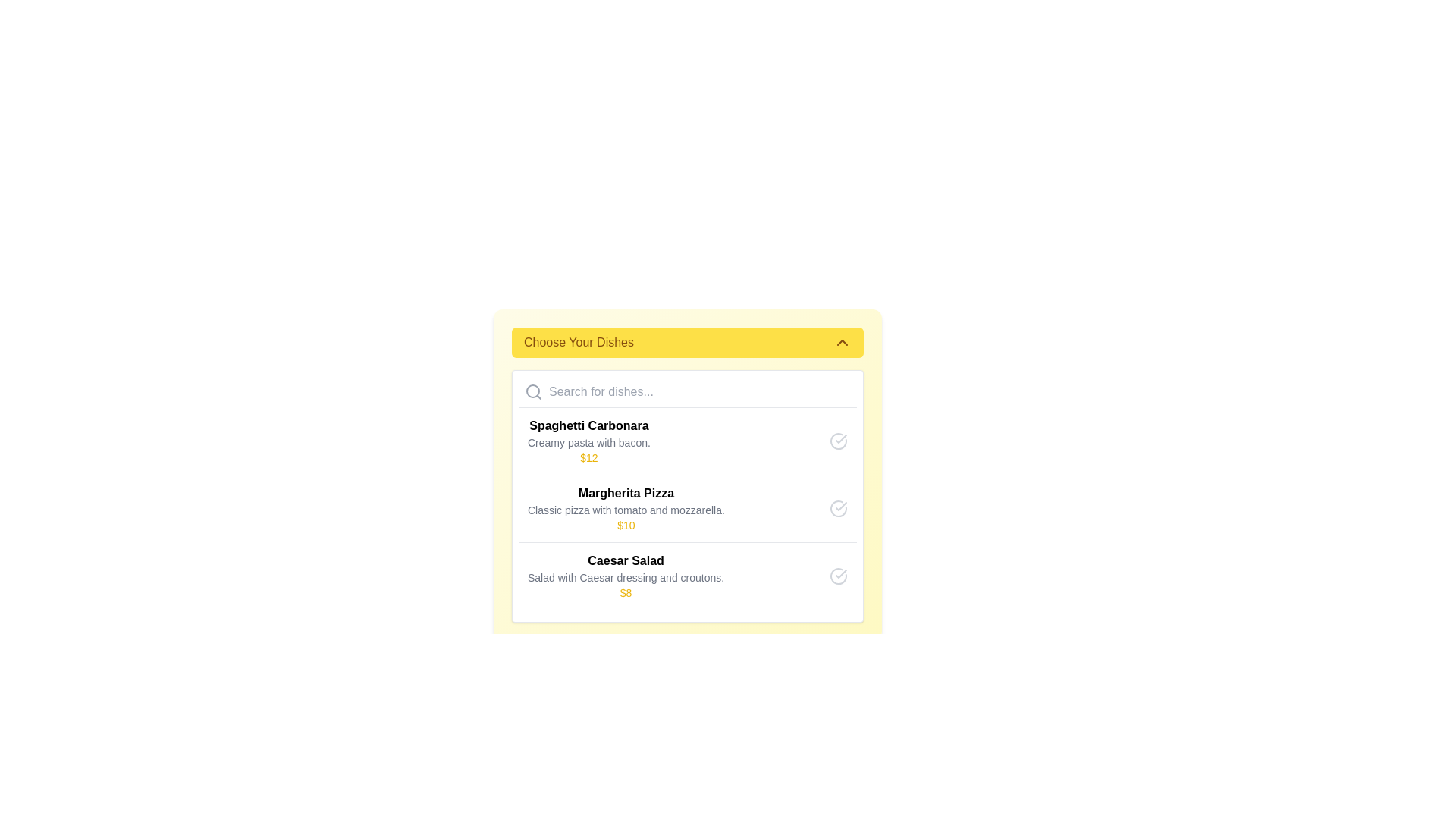 This screenshot has height=819, width=1456. I want to click on the price text label indicating the price of the Caesar Salad, located at the bottom-right corner of its section, so click(626, 592).